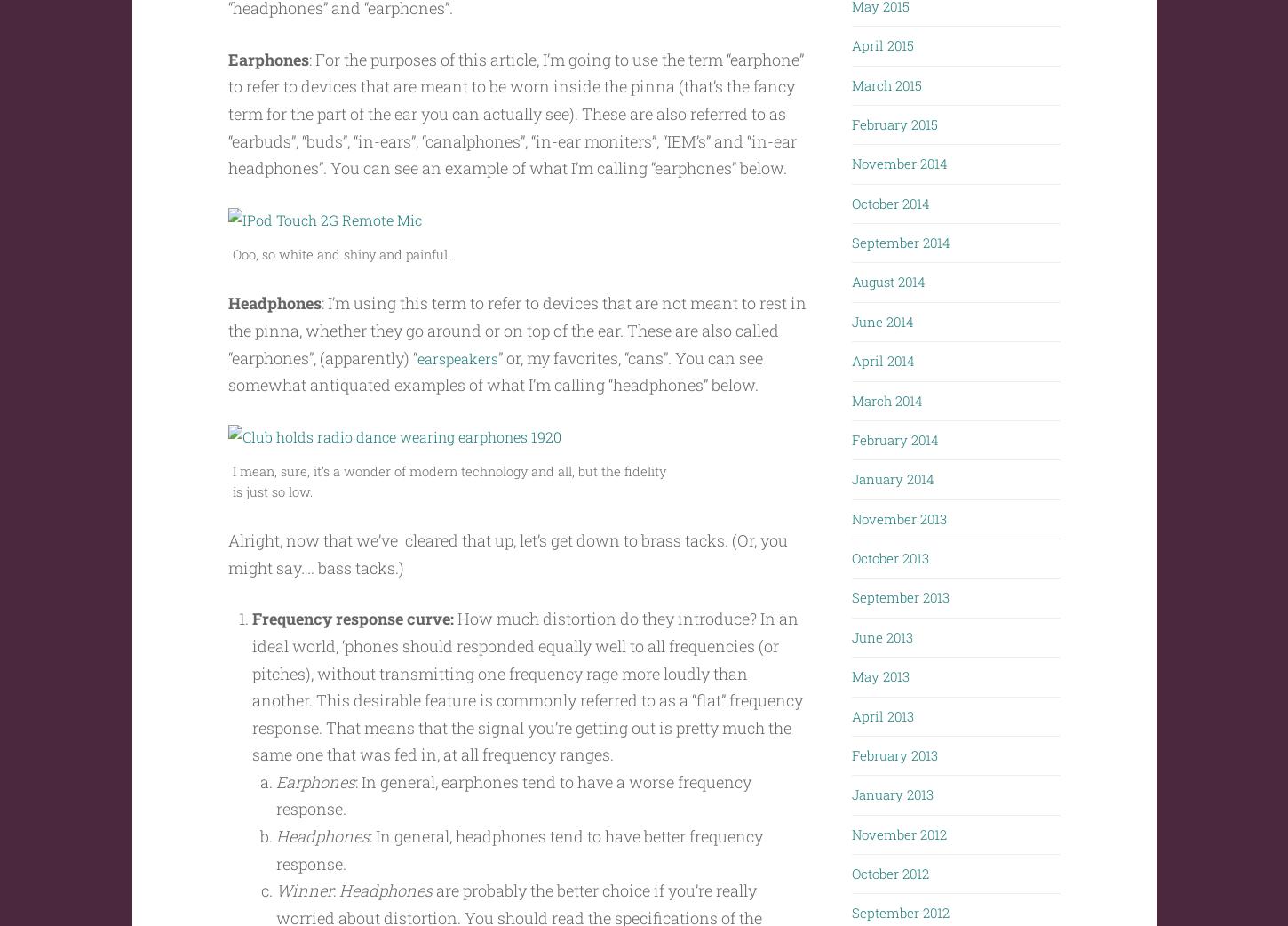  I want to click on 'January 2013', so click(851, 789).